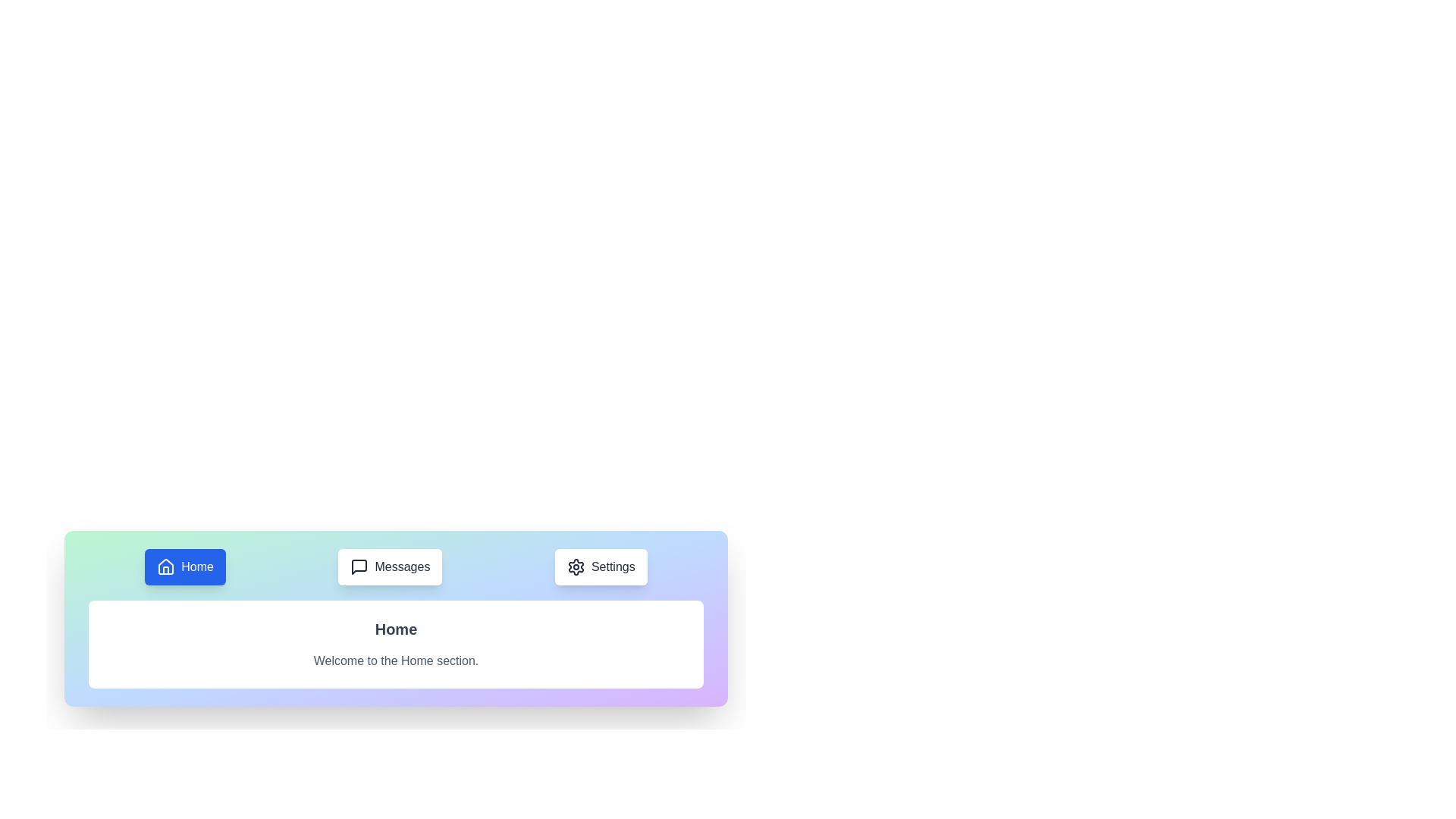 The image size is (1456, 819). I want to click on the Messages button to observe its hover effect, so click(390, 567).